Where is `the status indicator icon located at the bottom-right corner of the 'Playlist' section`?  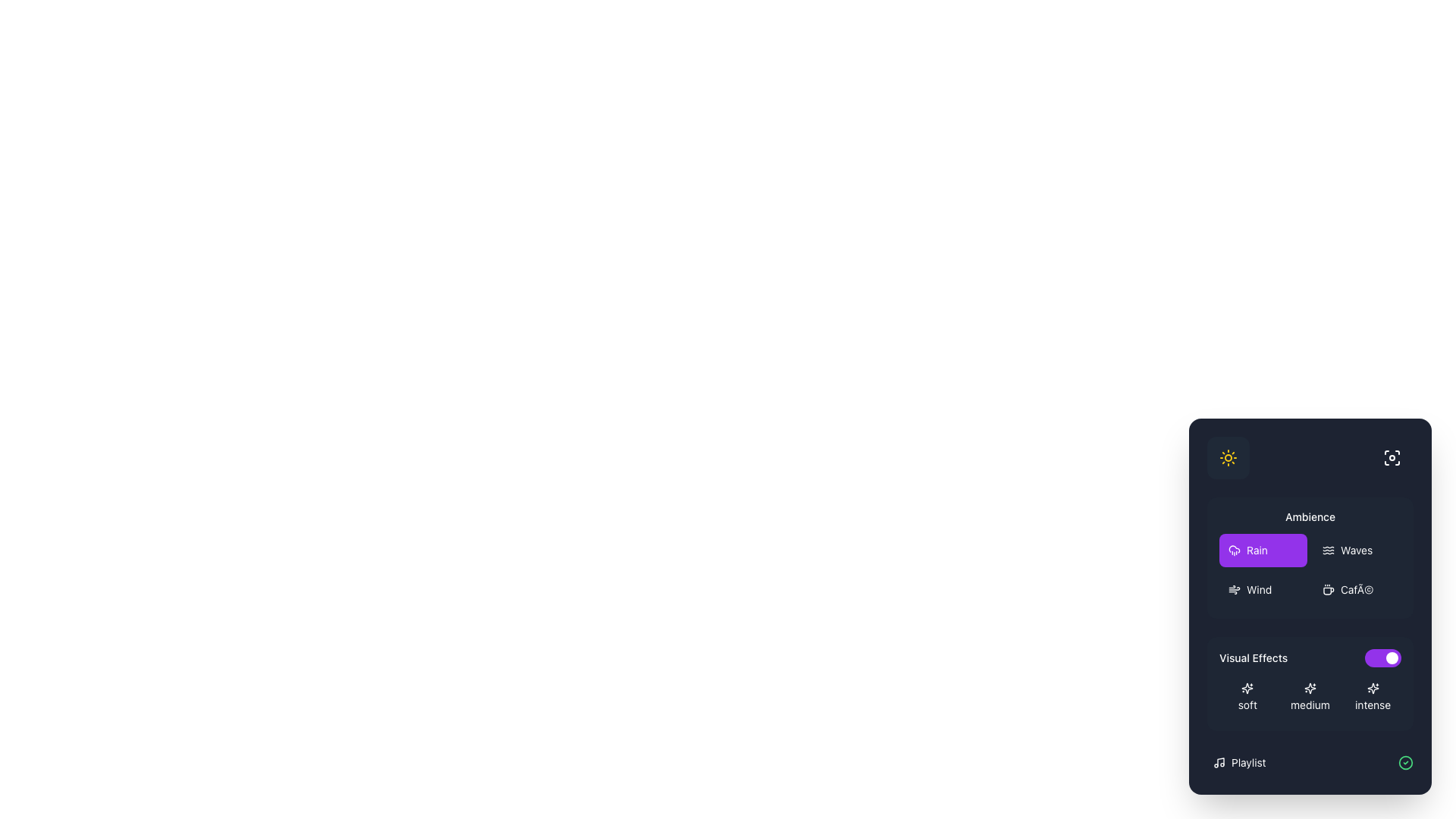 the status indicator icon located at the bottom-right corner of the 'Playlist' section is located at coordinates (1404, 763).